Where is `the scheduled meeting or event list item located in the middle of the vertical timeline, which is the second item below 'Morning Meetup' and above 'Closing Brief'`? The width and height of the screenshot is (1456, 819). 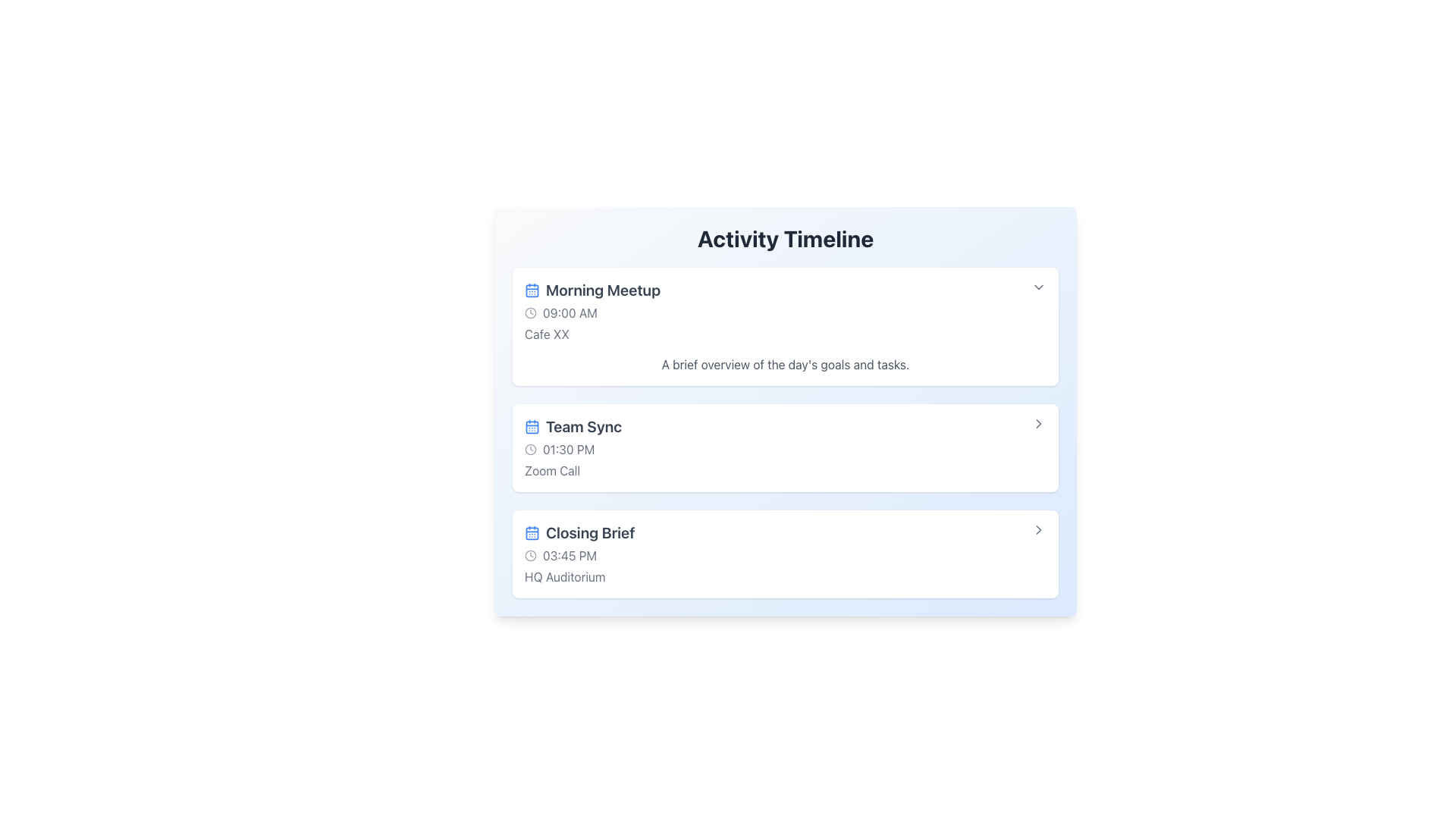
the scheduled meeting or event list item located in the middle of the vertical timeline, which is the second item below 'Morning Meetup' and above 'Closing Brief' is located at coordinates (573, 447).